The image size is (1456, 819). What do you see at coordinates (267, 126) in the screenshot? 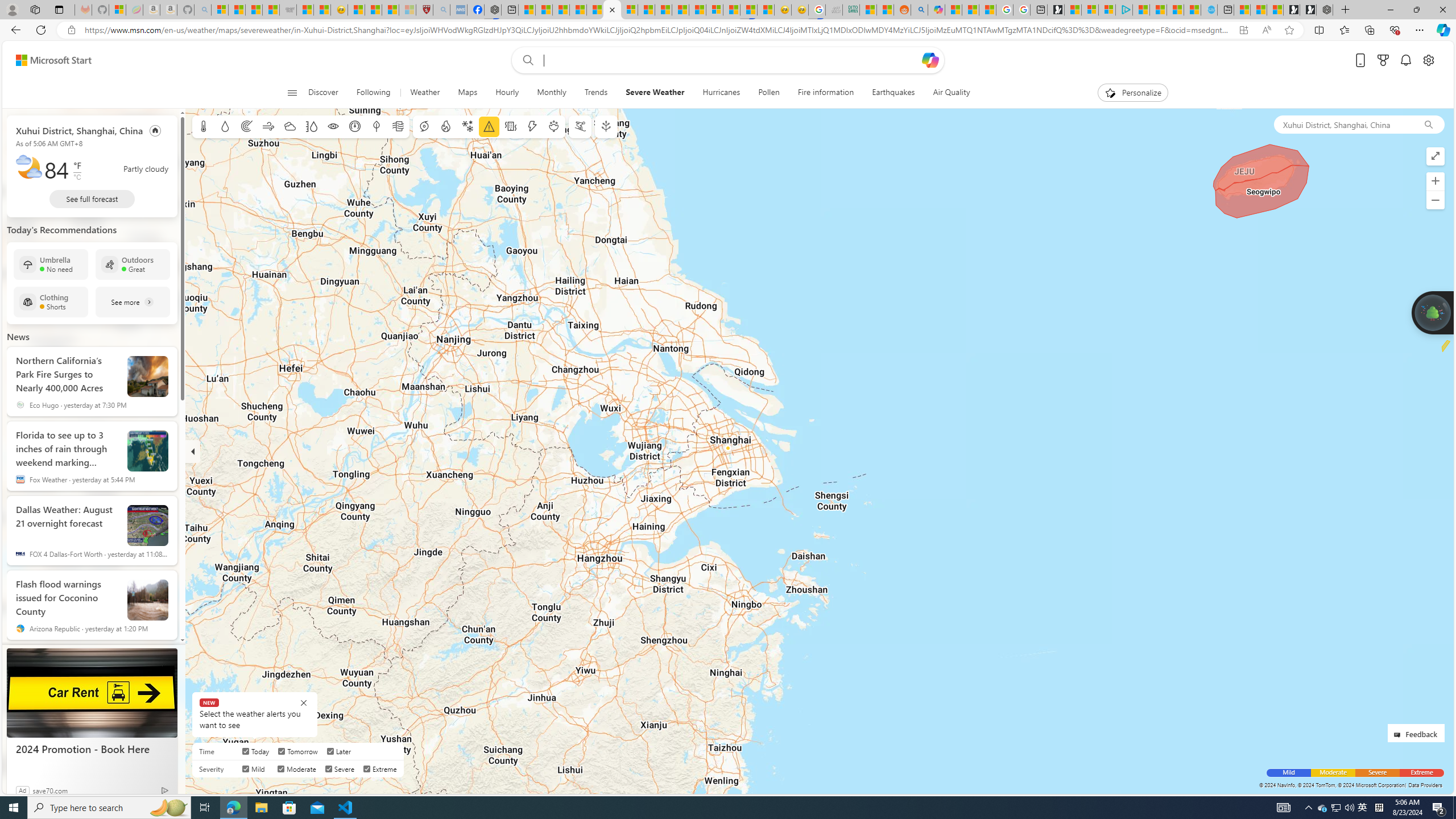
I see `'Wind'` at bounding box center [267, 126].